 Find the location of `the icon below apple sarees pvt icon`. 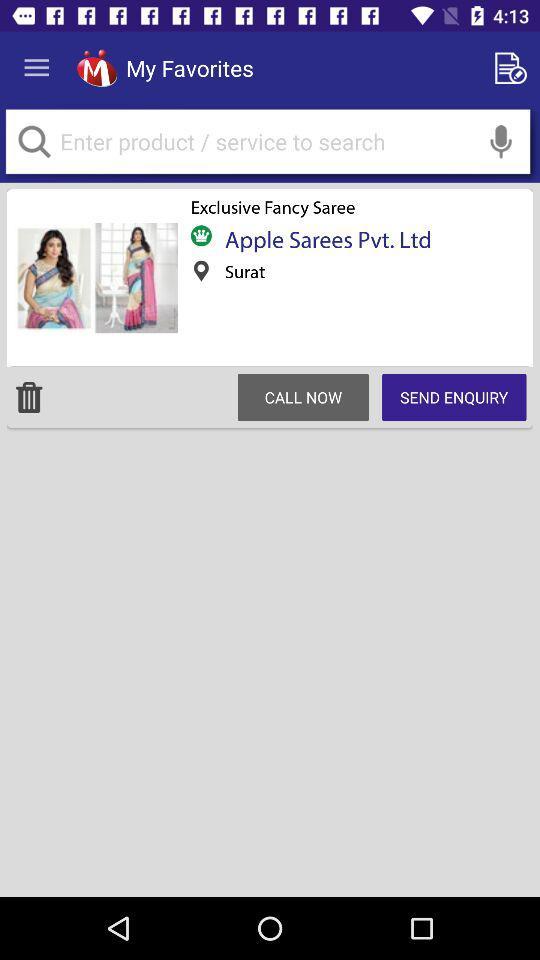

the icon below apple sarees pvt icon is located at coordinates (454, 396).